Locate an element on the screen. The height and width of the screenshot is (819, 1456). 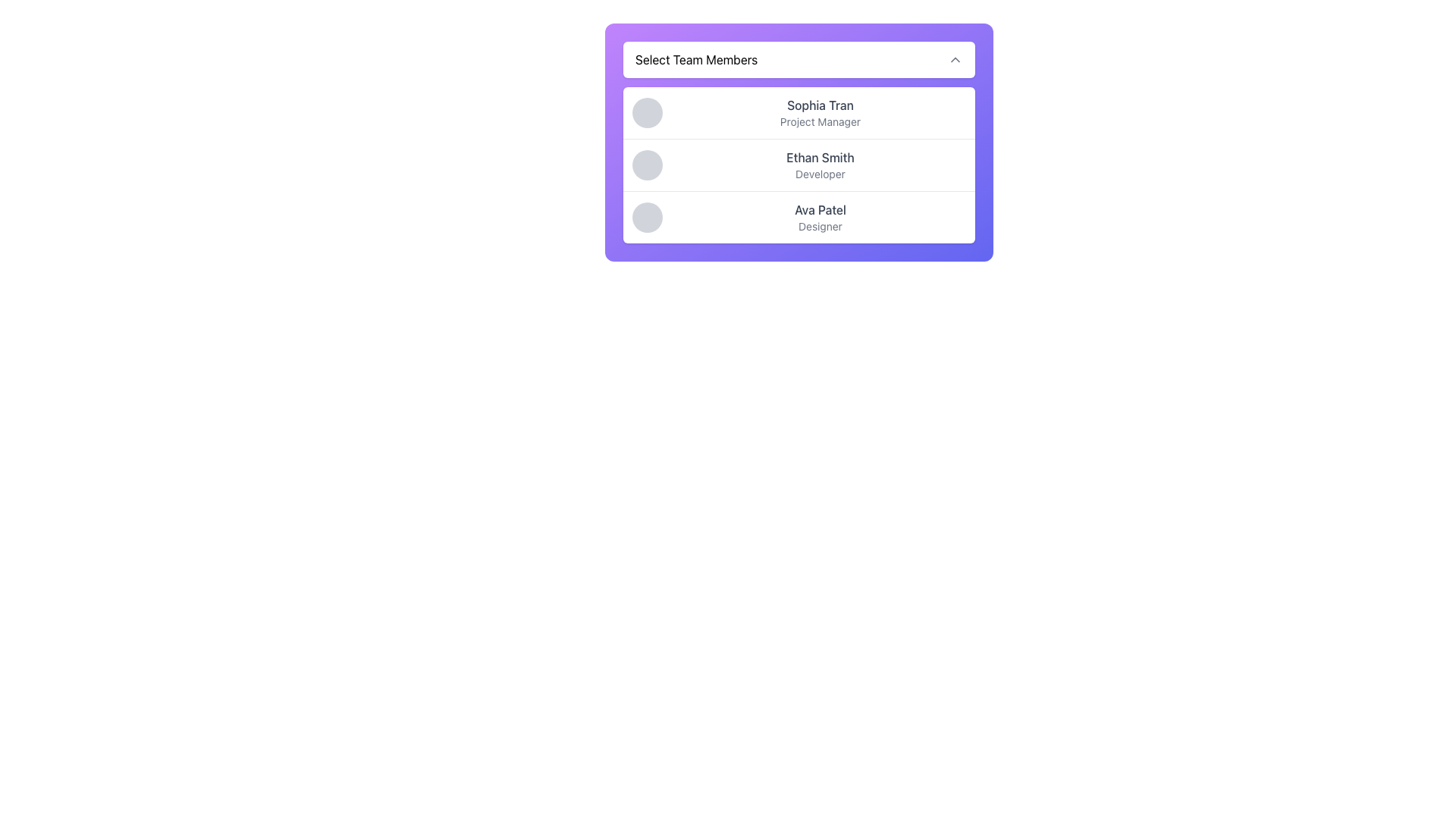
the composite textual display element showing 'Sophia Tran' and 'Project Manager' is located at coordinates (819, 112).